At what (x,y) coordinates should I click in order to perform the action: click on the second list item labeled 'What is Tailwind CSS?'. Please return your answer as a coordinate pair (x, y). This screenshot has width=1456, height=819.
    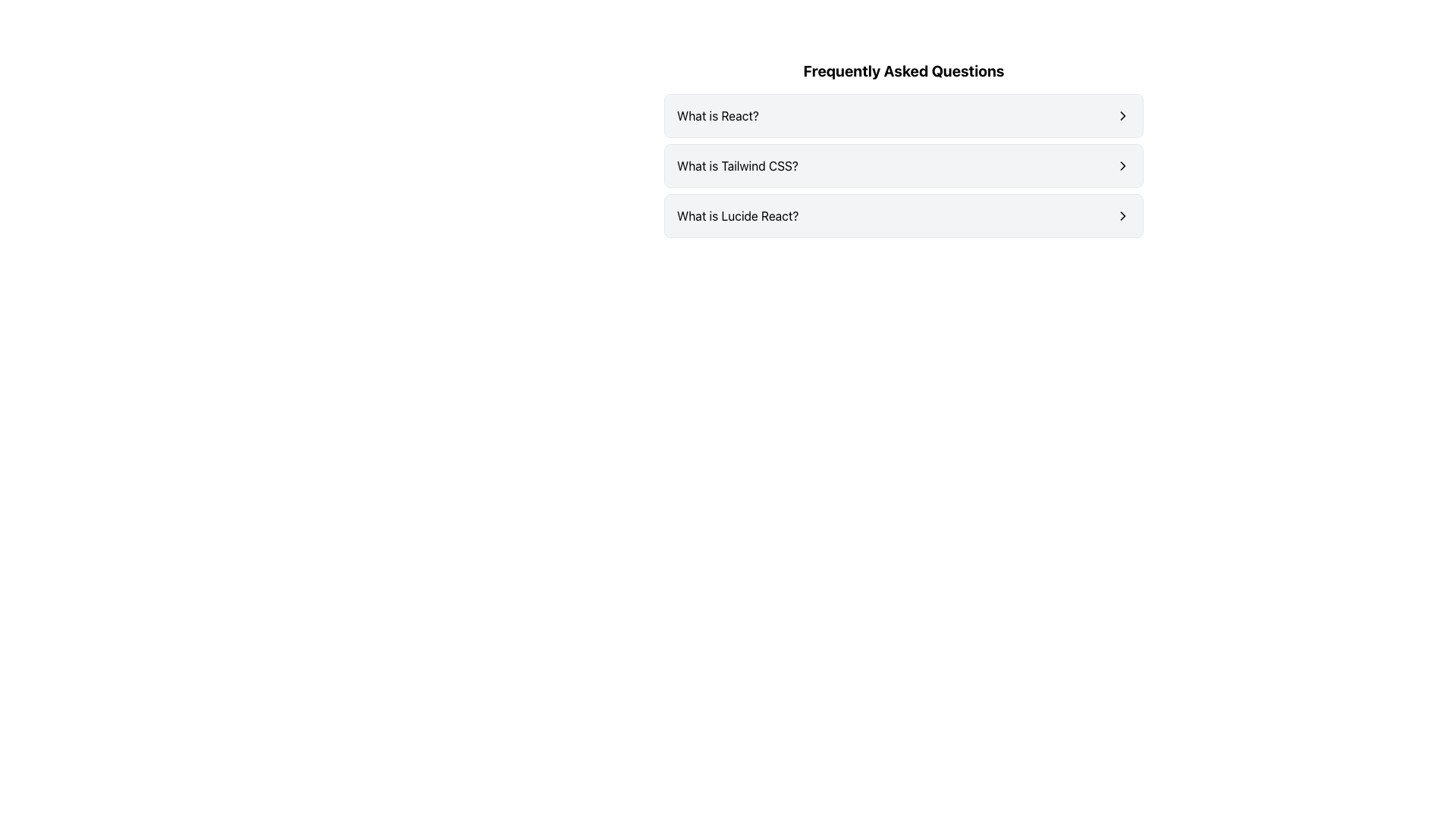
    Looking at the image, I should click on (903, 166).